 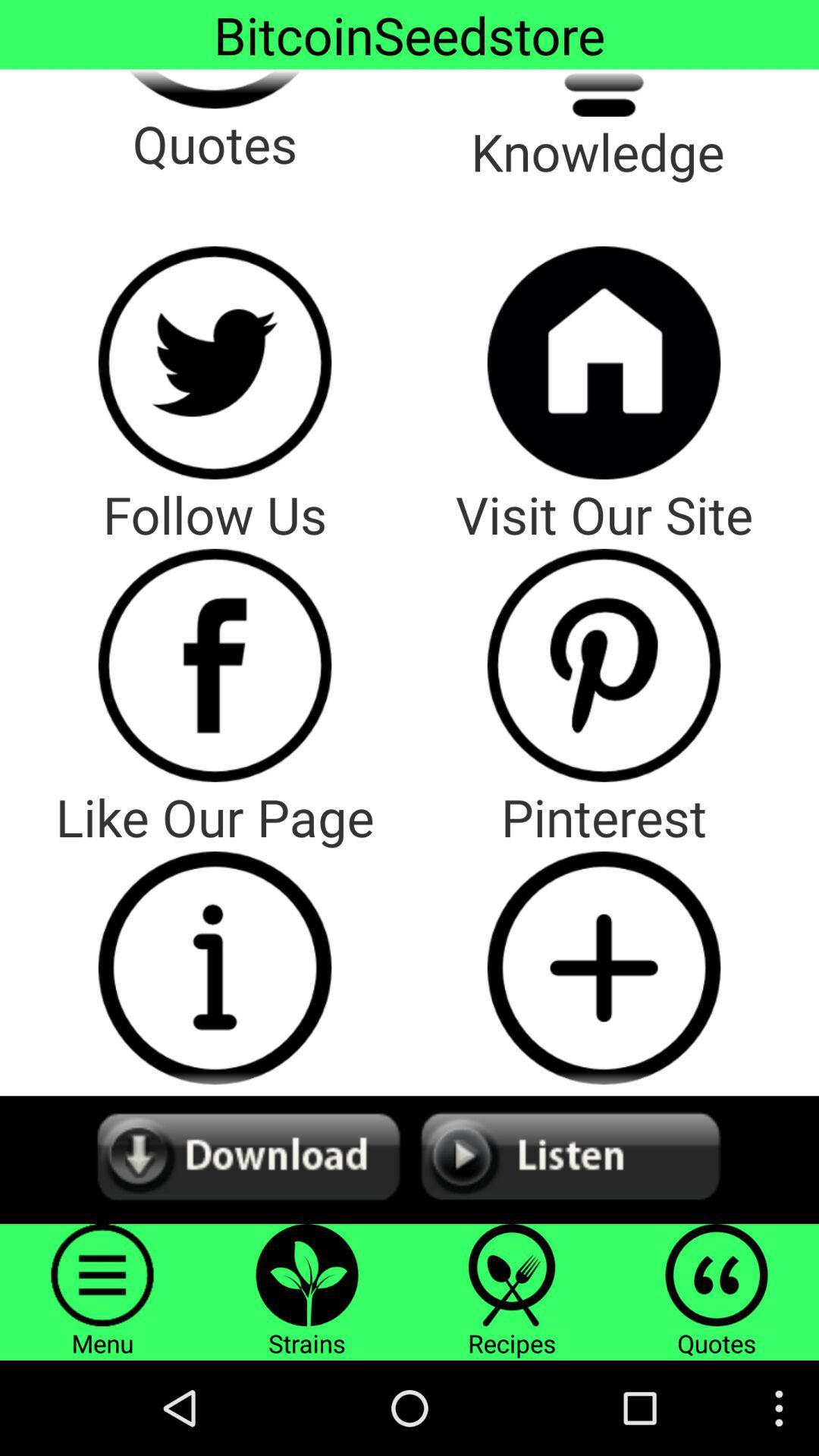 What do you see at coordinates (409, 1159) in the screenshot?
I see `audio options` at bounding box center [409, 1159].